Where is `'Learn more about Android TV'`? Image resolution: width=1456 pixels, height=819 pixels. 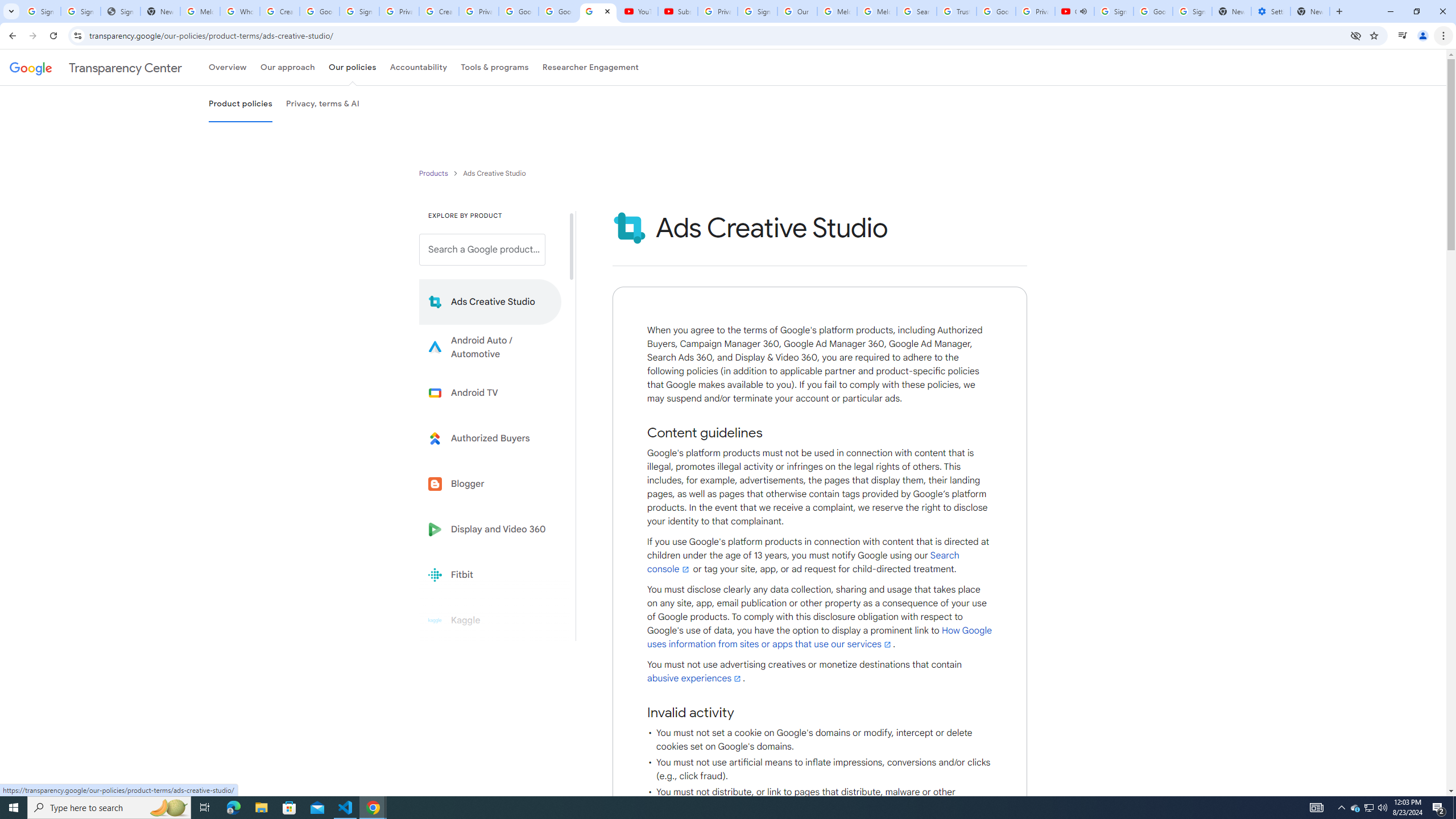 'Learn more about Android TV' is located at coordinates (490, 392).